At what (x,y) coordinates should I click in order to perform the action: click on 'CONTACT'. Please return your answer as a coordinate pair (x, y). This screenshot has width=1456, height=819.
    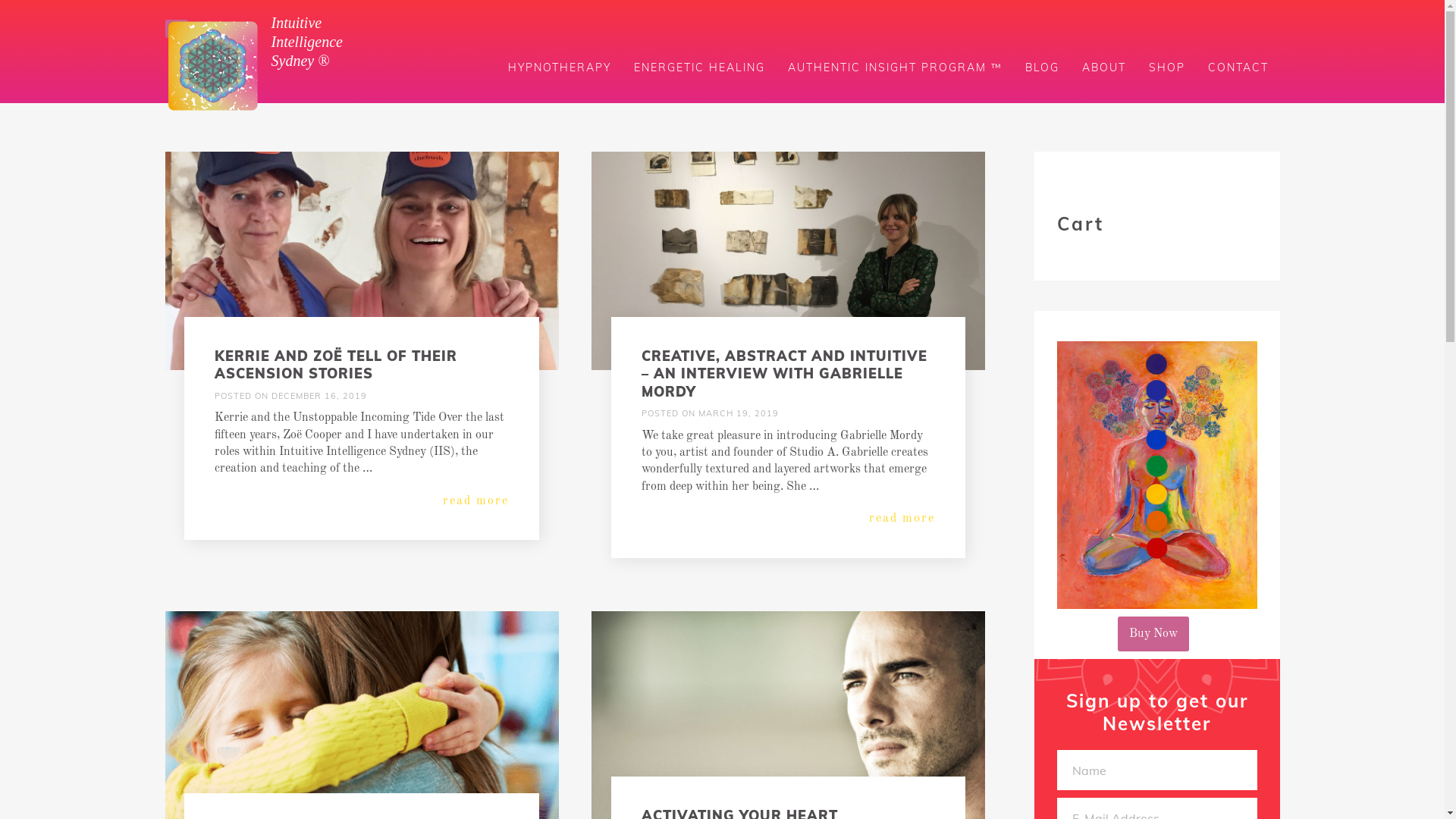
    Looking at the image, I should click on (1238, 66).